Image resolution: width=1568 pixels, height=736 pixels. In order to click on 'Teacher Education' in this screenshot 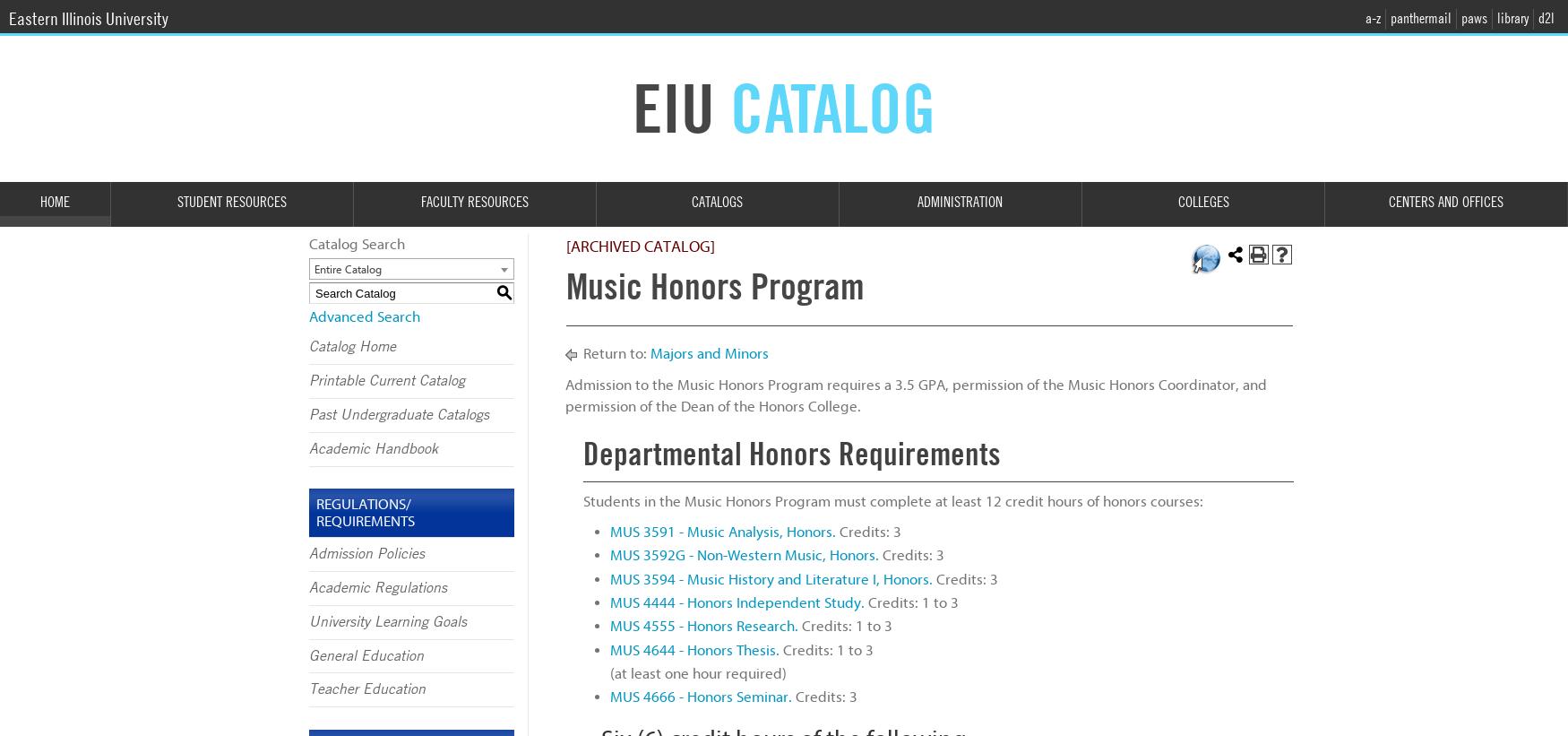, I will do `click(366, 688)`.